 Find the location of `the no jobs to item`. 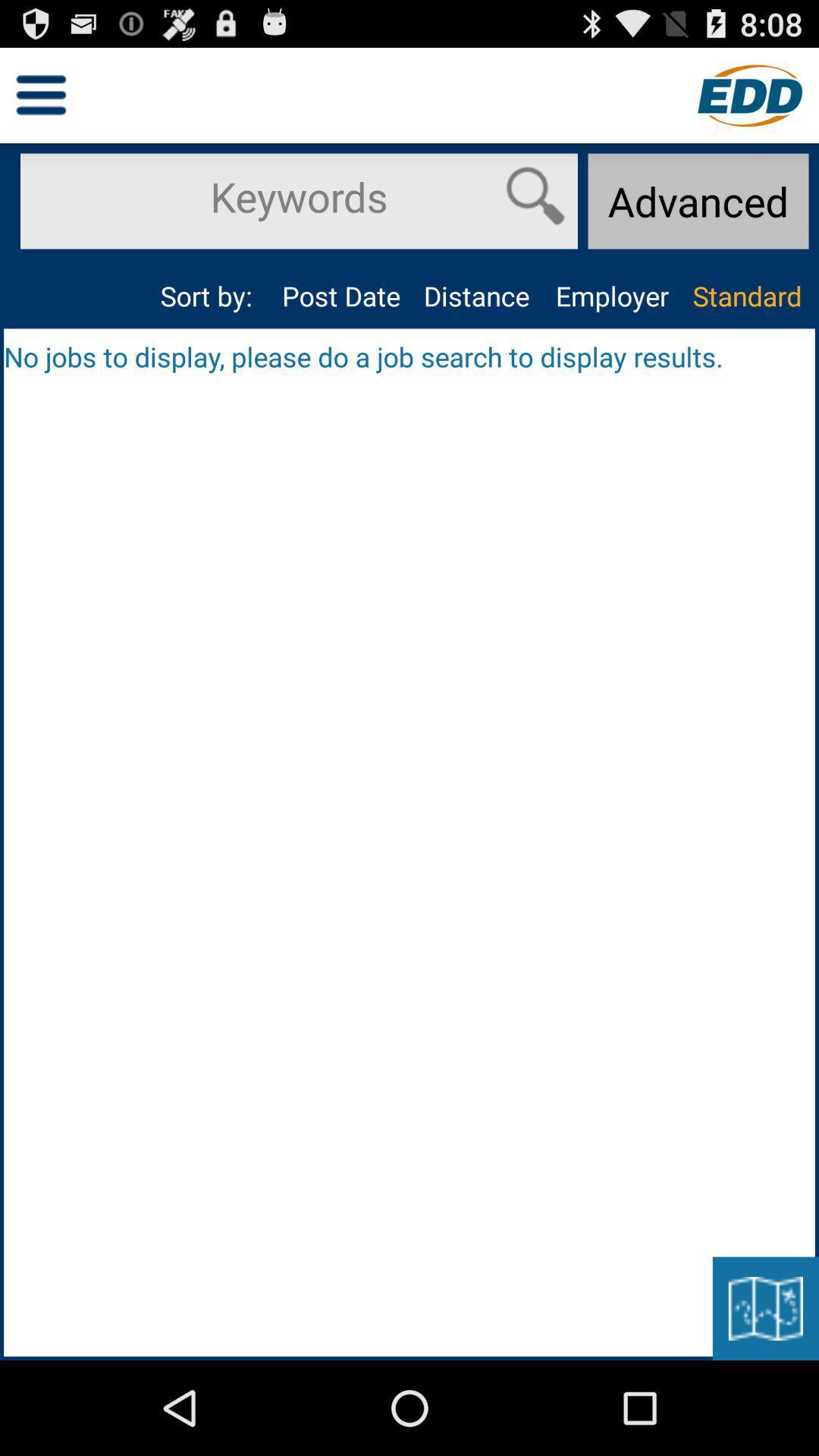

the no jobs to item is located at coordinates (409, 356).